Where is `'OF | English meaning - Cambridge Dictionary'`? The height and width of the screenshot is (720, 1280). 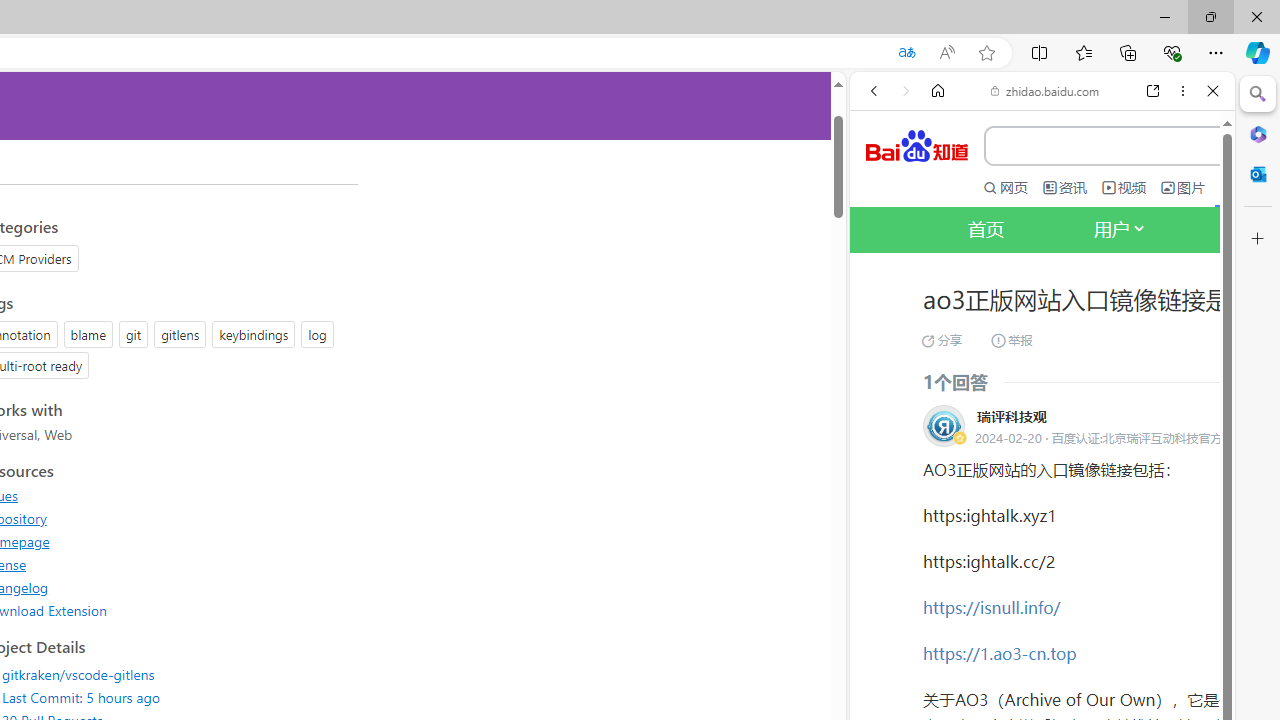
'OF | English meaning - Cambridge Dictionary' is located at coordinates (1034, 418).